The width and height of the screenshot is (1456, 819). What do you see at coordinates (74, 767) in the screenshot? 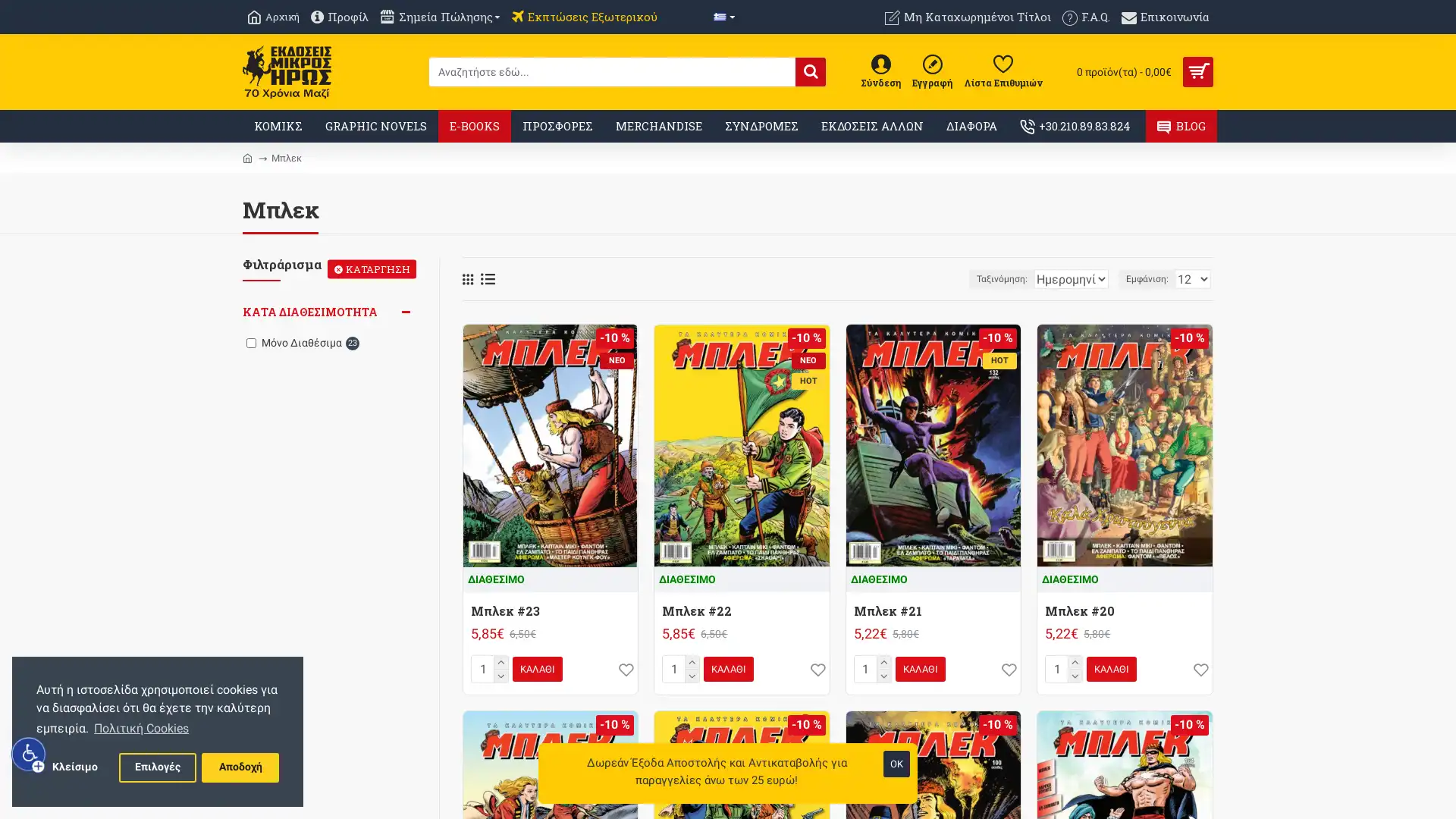
I see `dismiss cookie message` at bounding box center [74, 767].